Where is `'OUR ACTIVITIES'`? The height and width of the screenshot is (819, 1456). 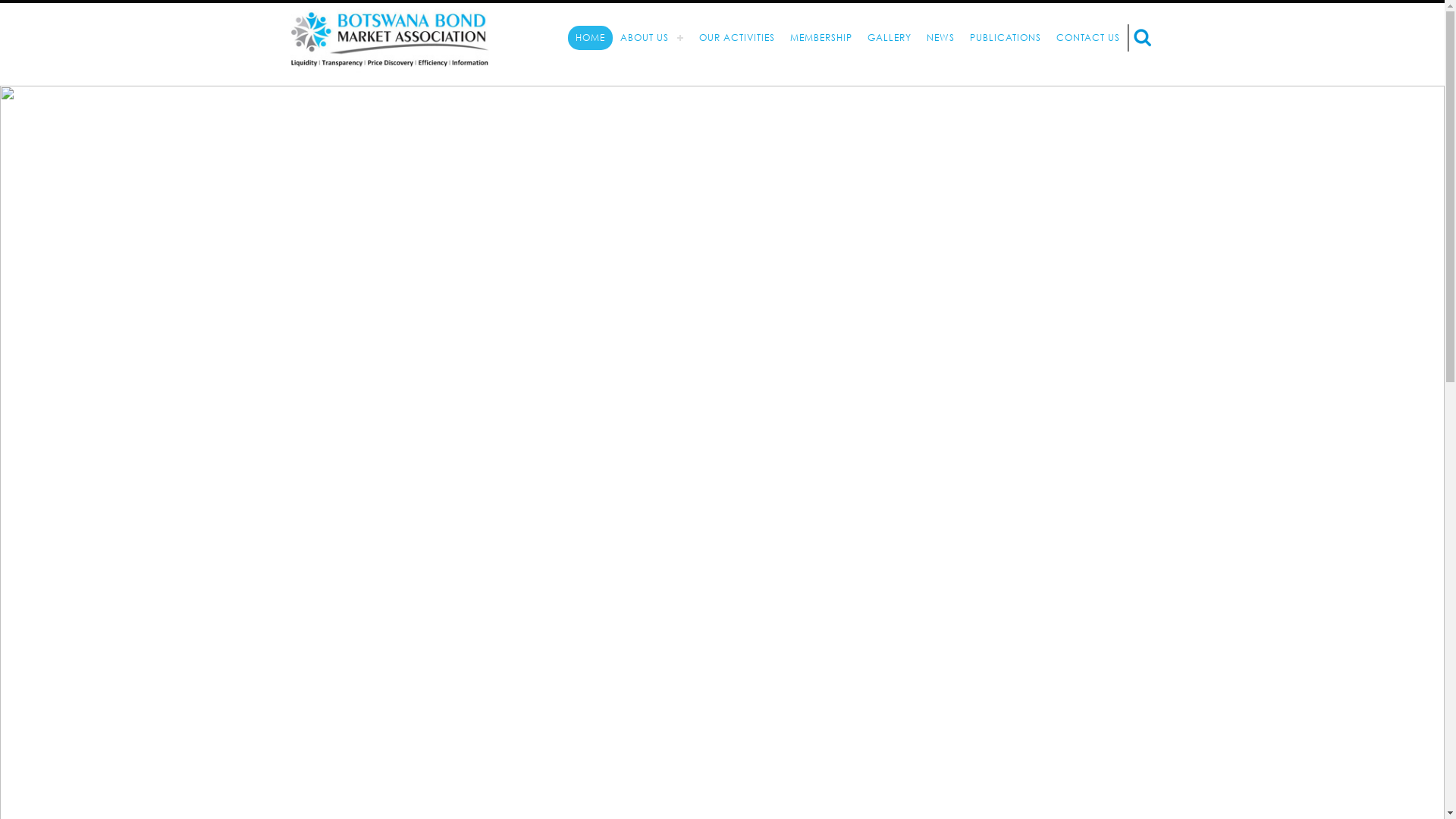 'OUR ACTIVITIES' is located at coordinates (736, 37).